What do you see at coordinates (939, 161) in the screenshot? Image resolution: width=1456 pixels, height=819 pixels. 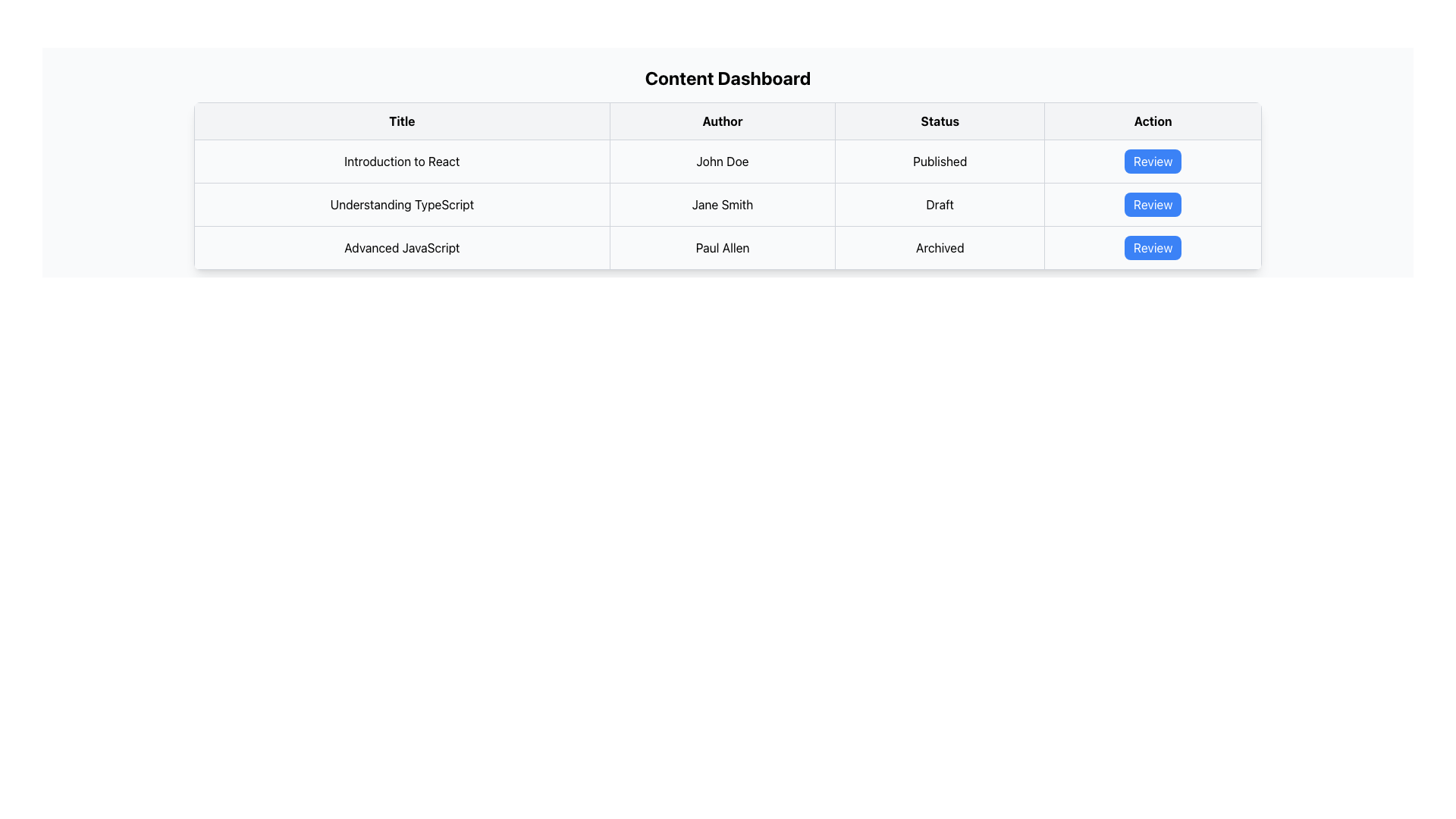 I see `the informational label displaying the publication status for 'Introduction to React' located in the 'Status' column of the first row of the data table` at bounding box center [939, 161].